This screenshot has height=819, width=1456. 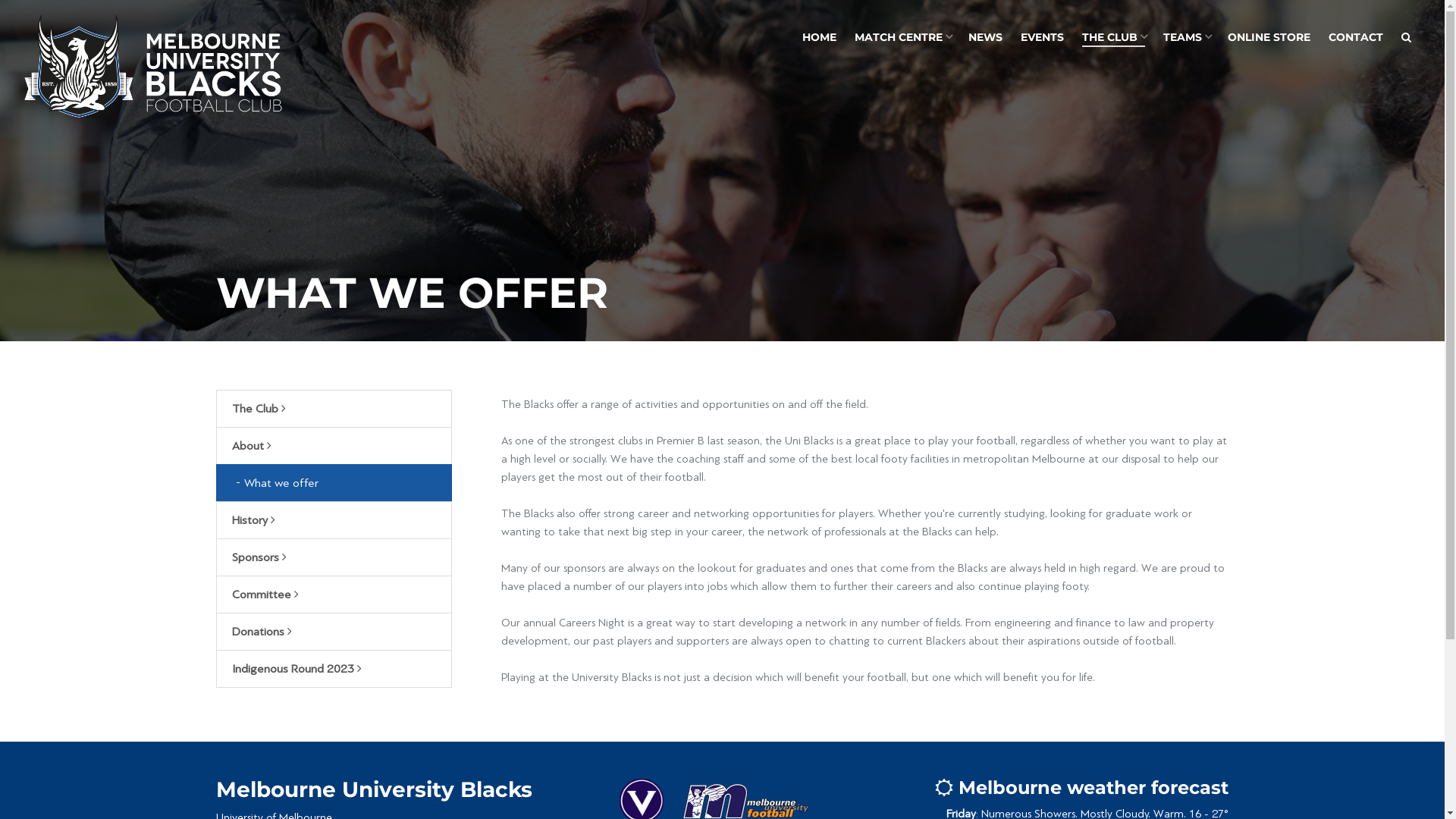 I want to click on 'MATCH CENTRE', so click(x=902, y=36).